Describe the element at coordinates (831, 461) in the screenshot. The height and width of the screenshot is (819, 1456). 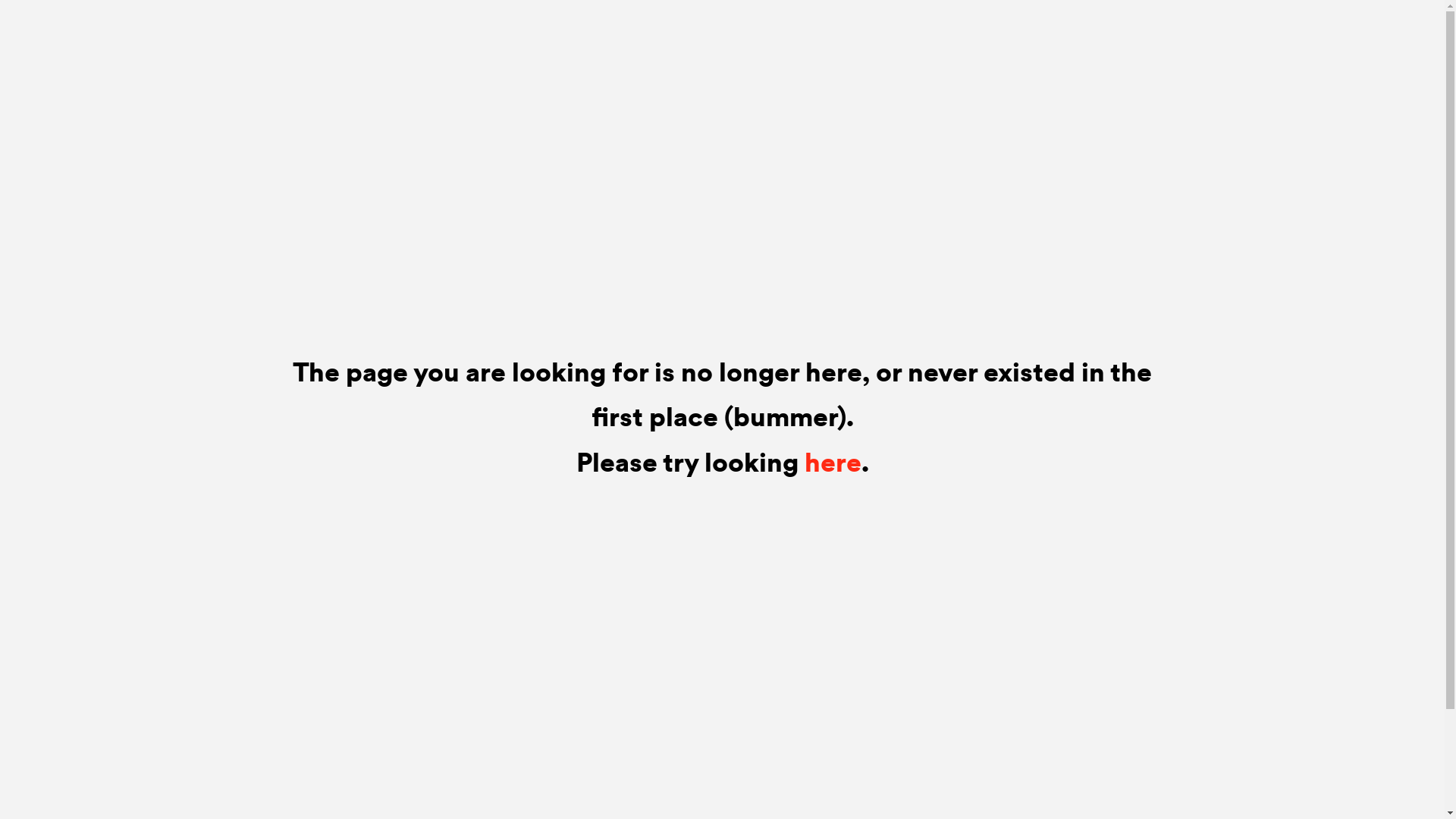
I see `'here'` at that location.